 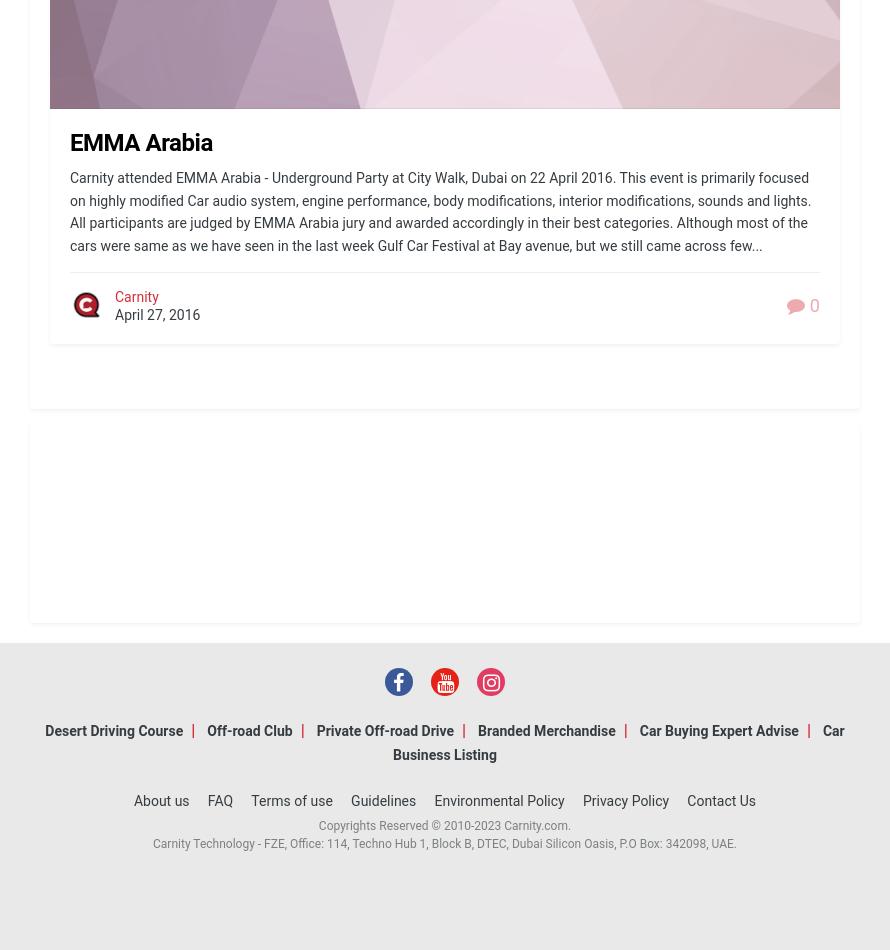 What do you see at coordinates (618, 741) in the screenshot?
I see `'Car Business Listing'` at bounding box center [618, 741].